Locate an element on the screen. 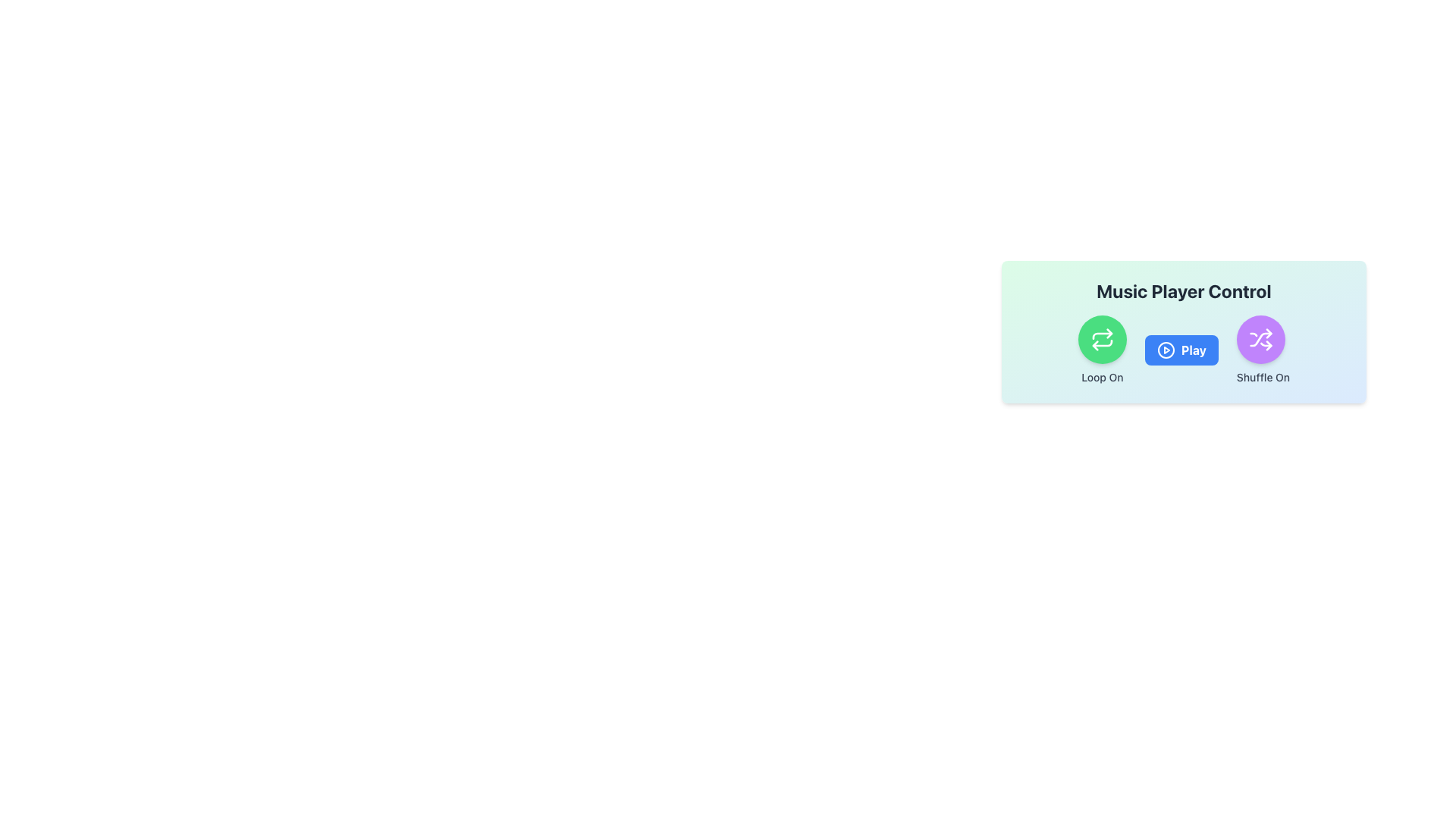 The width and height of the screenshot is (1456, 819). the third circular button from the left in the music player control interface is located at coordinates (1260, 338).